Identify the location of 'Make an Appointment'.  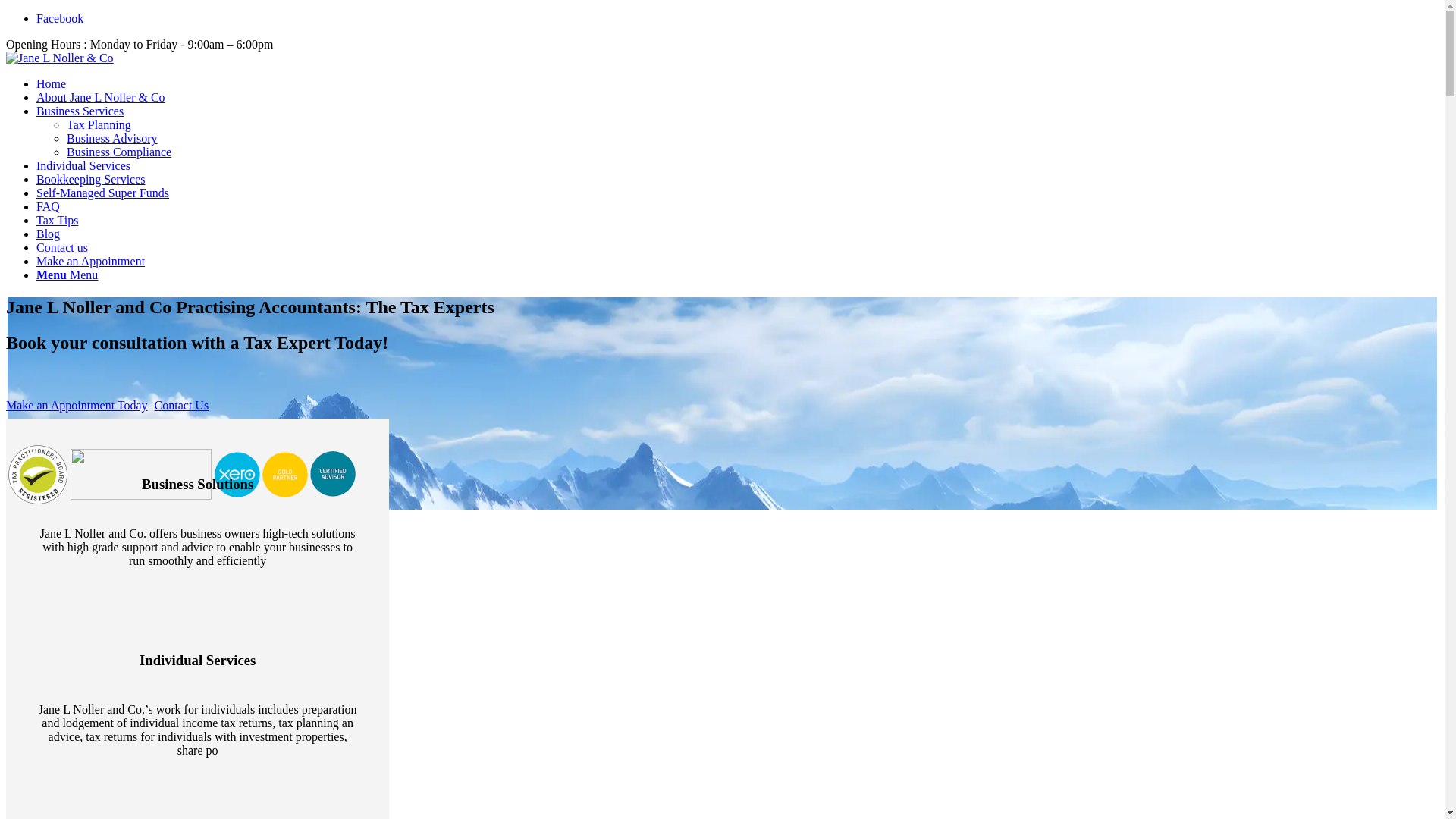
(89, 260).